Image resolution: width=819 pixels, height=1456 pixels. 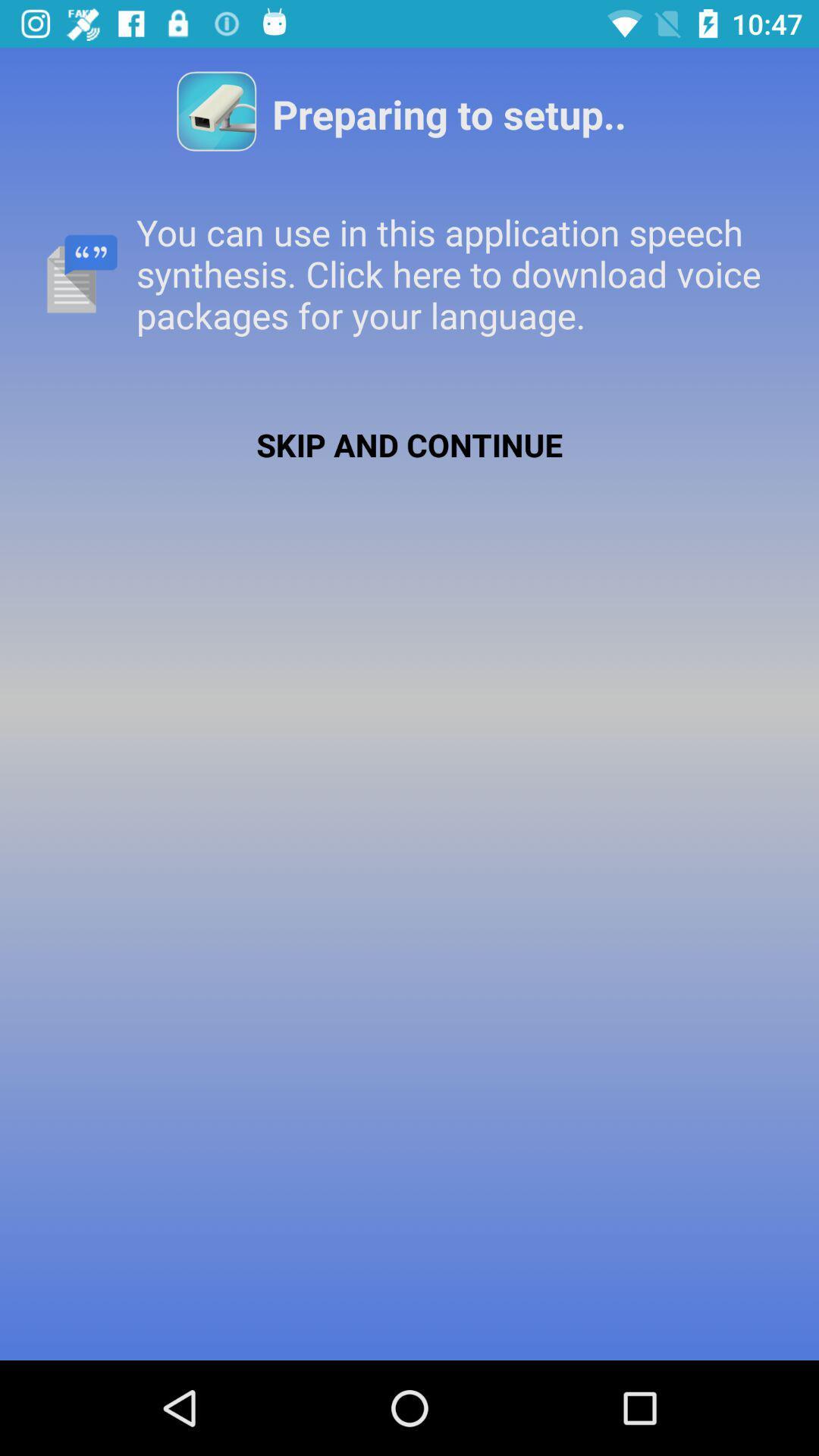 What do you see at coordinates (409, 274) in the screenshot?
I see `item above skip and continue` at bounding box center [409, 274].